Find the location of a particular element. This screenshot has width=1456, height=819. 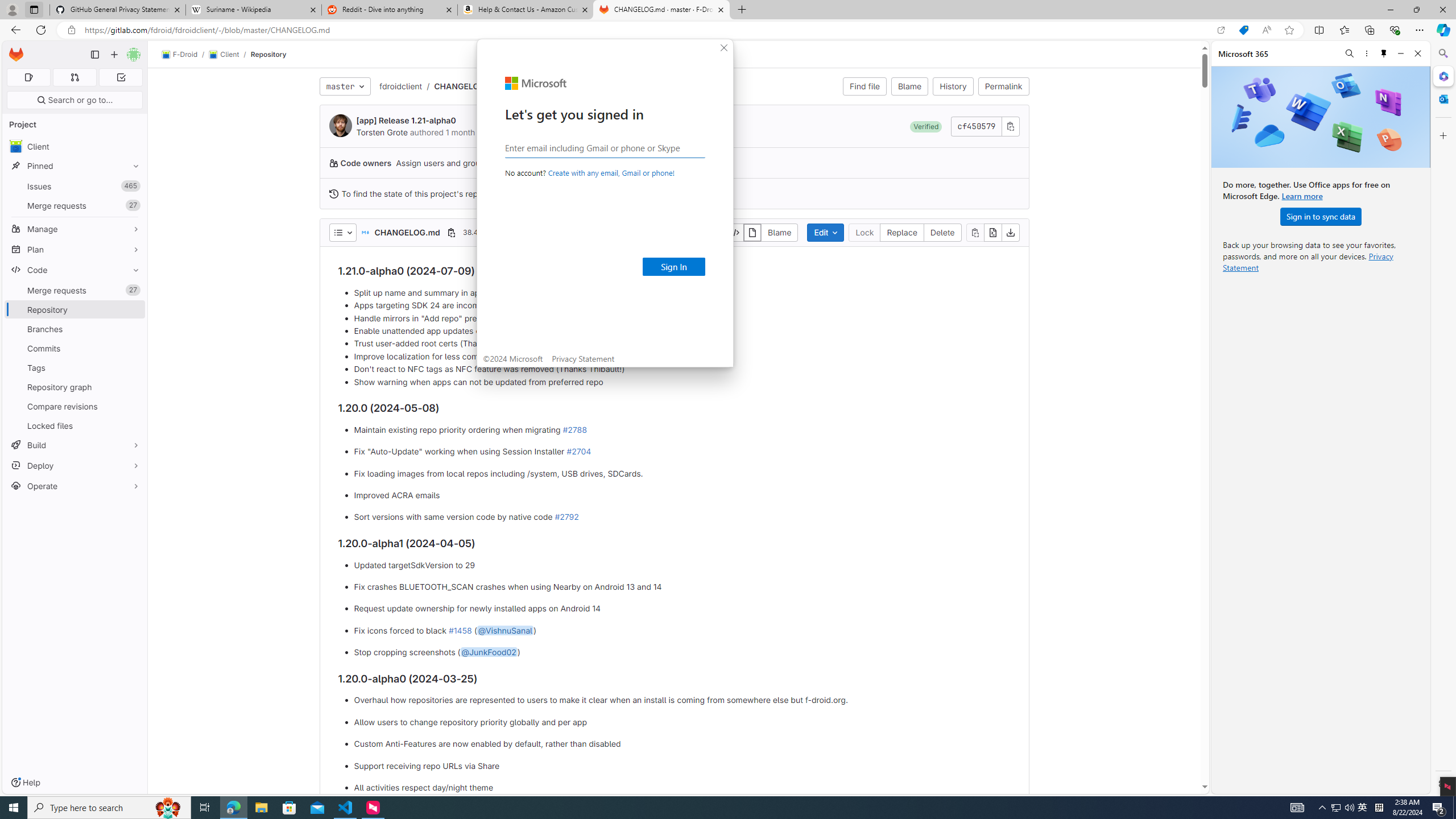

'Sort versions with same version code by native code #2792' is located at coordinates (681, 517).